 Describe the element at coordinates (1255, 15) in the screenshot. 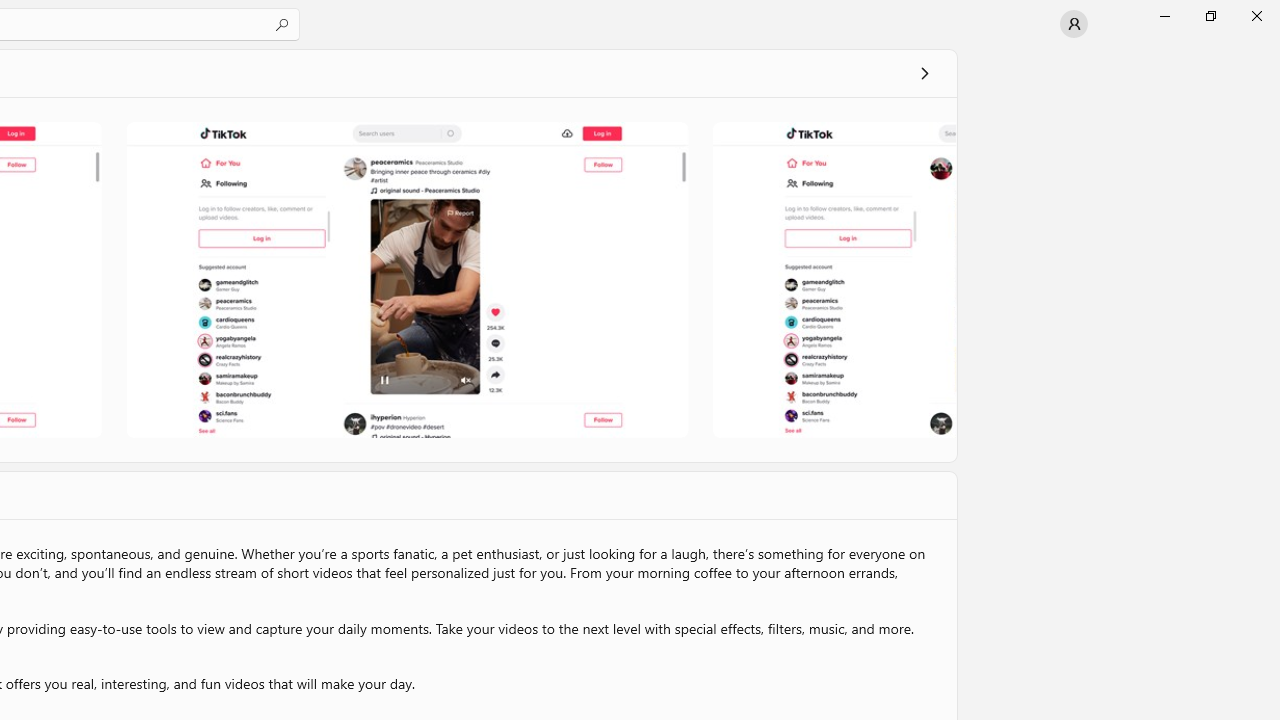

I see `'Close Microsoft Store'` at that location.